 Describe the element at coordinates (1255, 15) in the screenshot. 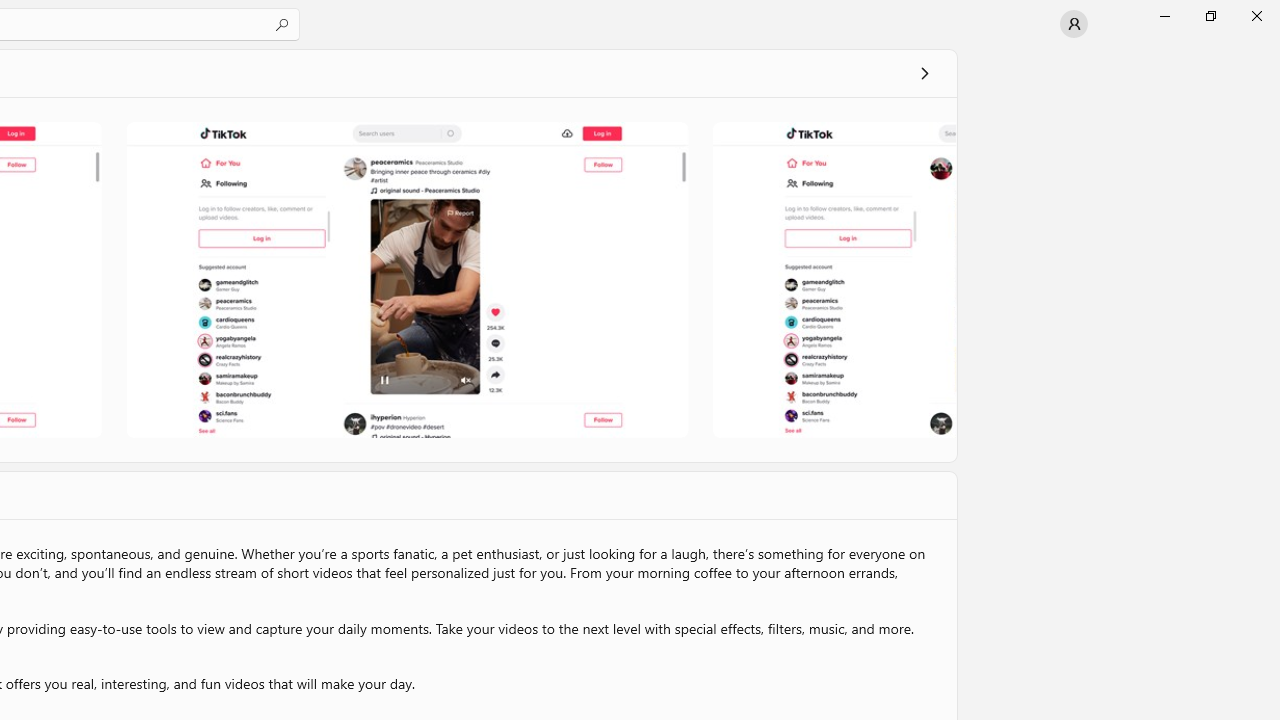

I see `'Close Microsoft Store'` at that location.